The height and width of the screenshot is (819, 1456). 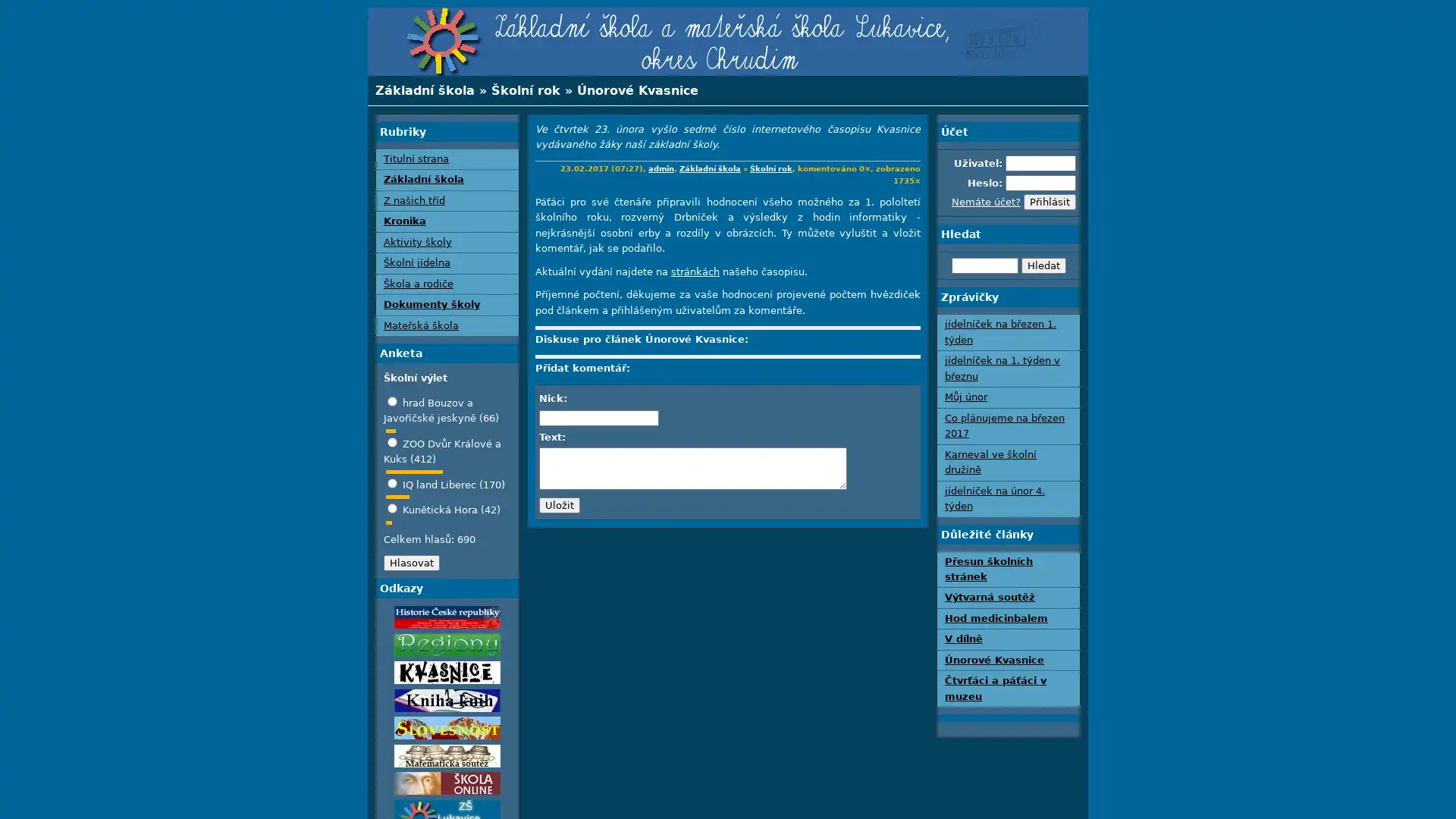 What do you see at coordinates (1042, 264) in the screenshot?
I see `Hledat` at bounding box center [1042, 264].